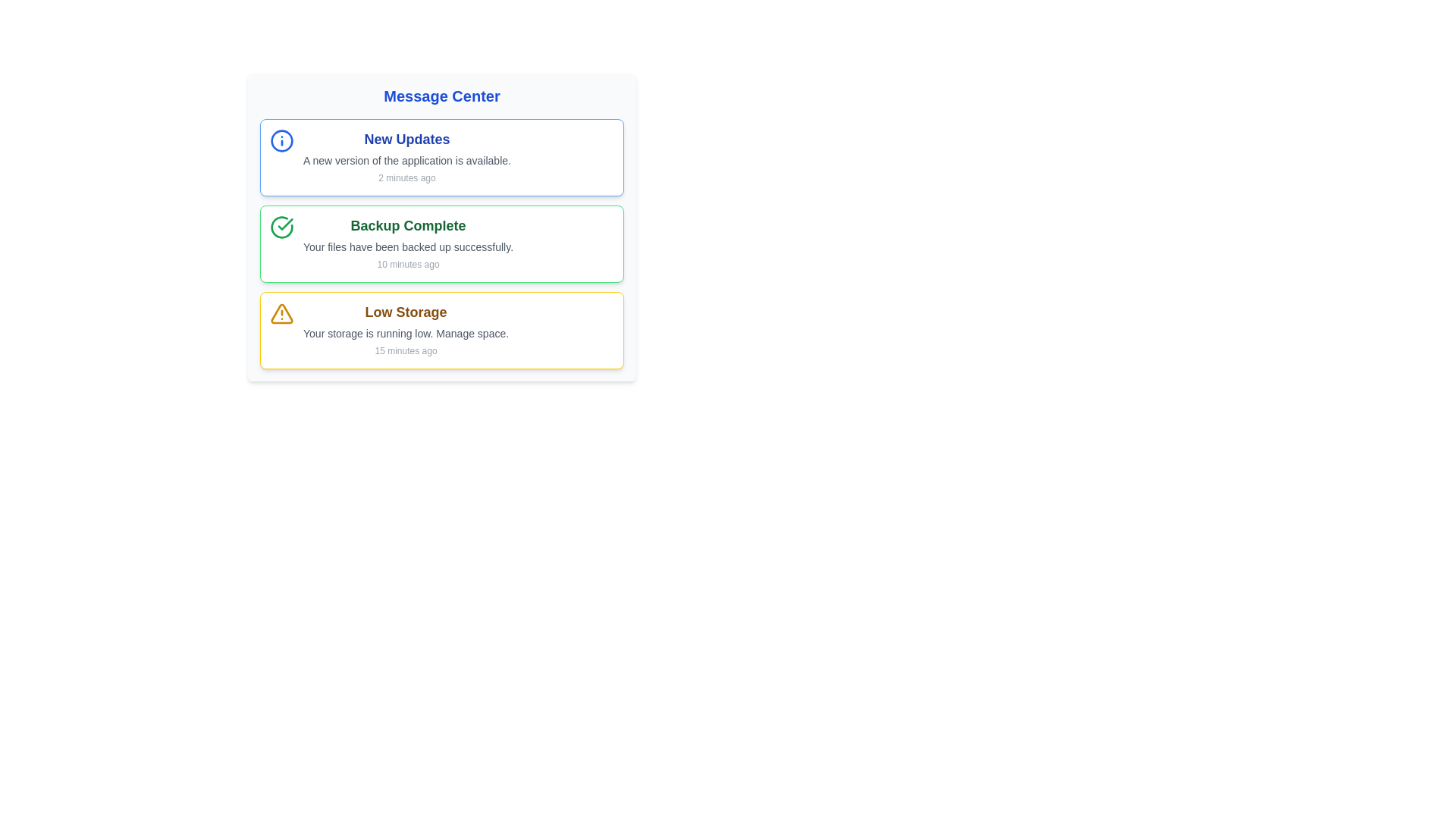  What do you see at coordinates (282, 312) in the screenshot?
I see `the warning icon for the 'Low Storage' notification panel, which is a triangle shape with a yellow border and an exclamation mark inside, located to the left of the text 'Low Storage'` at bounding box center [282, 312].